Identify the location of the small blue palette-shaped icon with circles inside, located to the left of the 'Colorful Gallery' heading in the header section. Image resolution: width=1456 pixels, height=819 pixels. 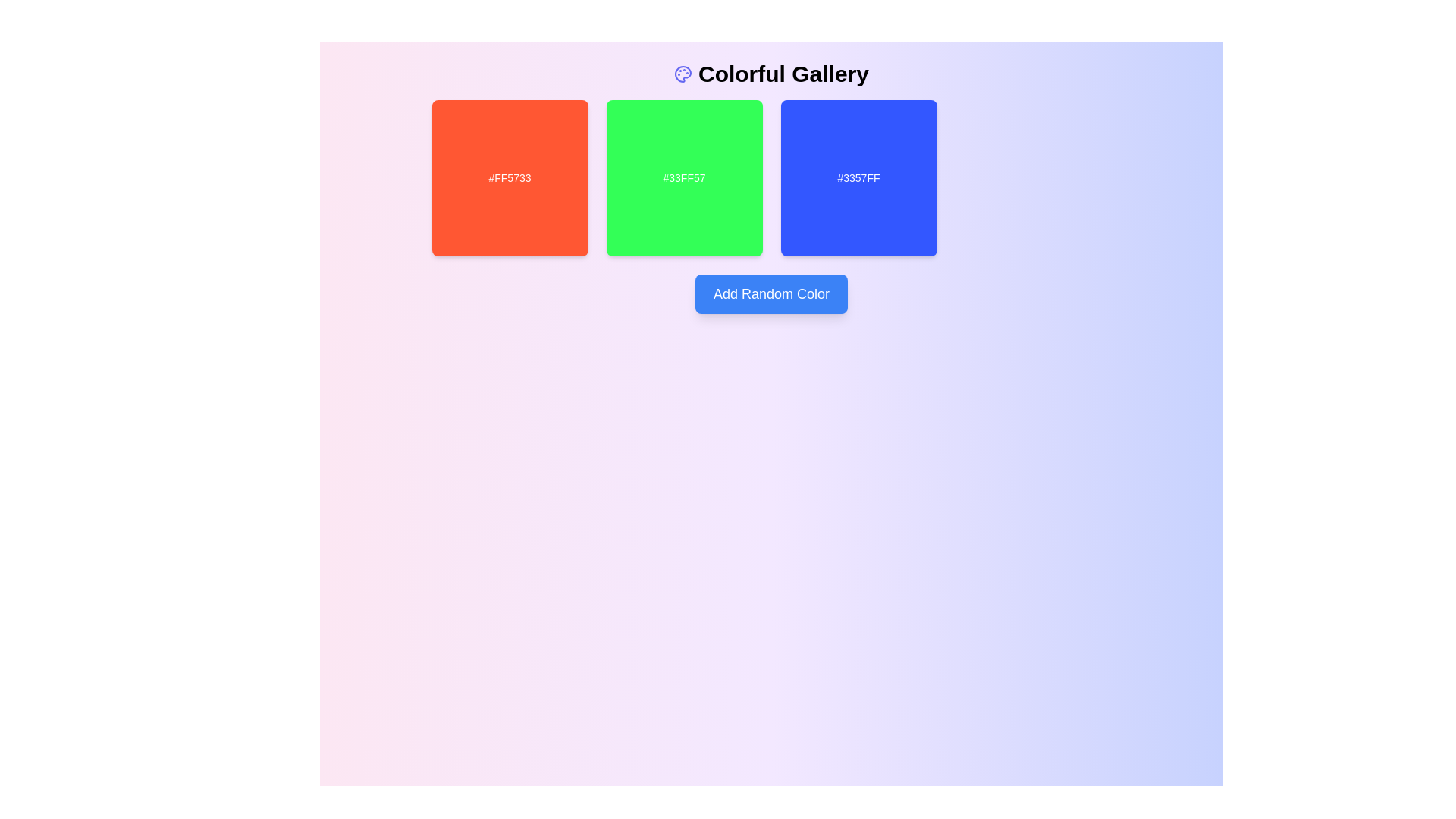
(682, 74).